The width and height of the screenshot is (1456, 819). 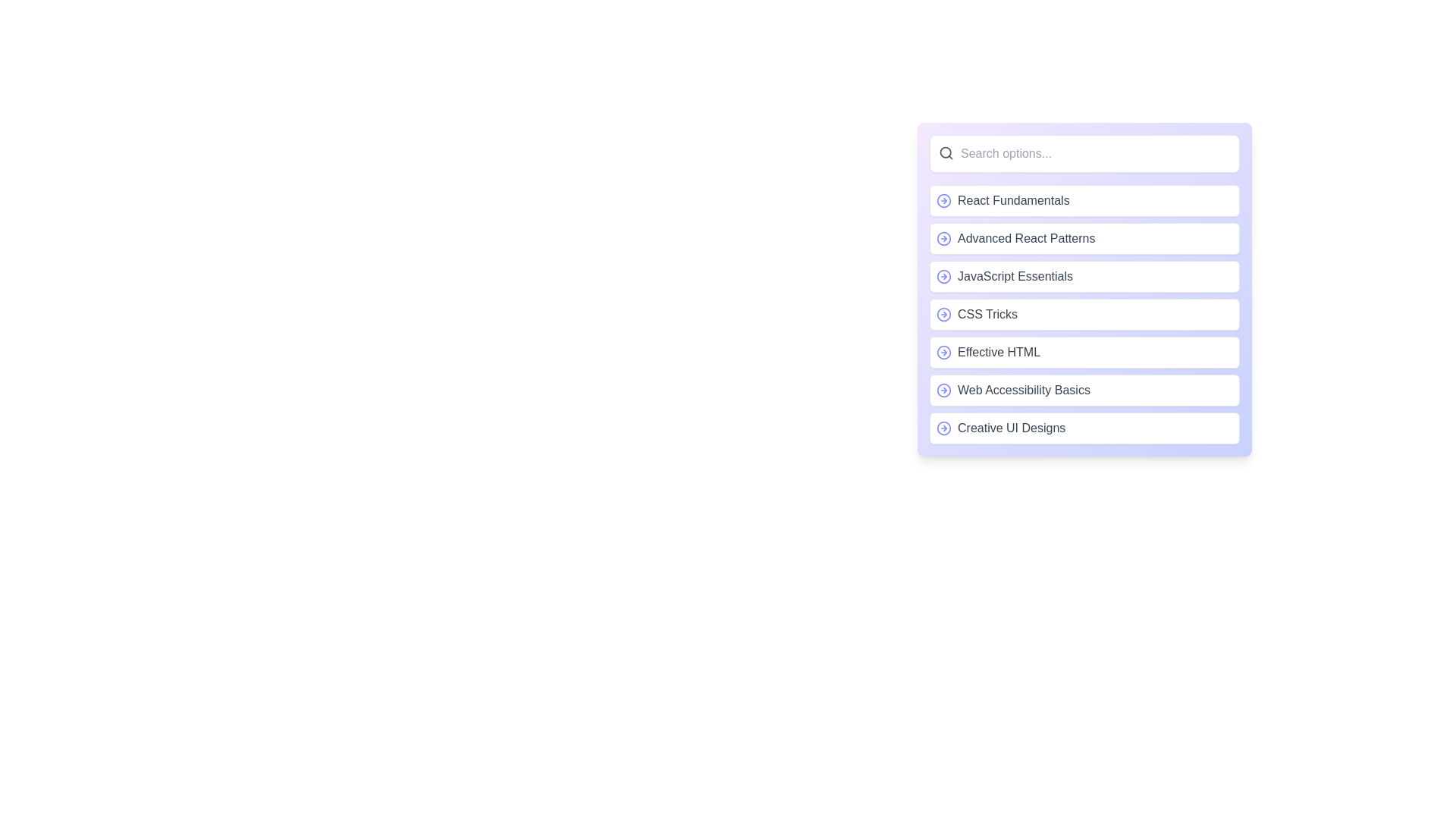 I want to click on the text label reading 'Web Accessibility Basics' which is the sixth item in the list of selectable items under the search bar, so click(x=1024, y=390).